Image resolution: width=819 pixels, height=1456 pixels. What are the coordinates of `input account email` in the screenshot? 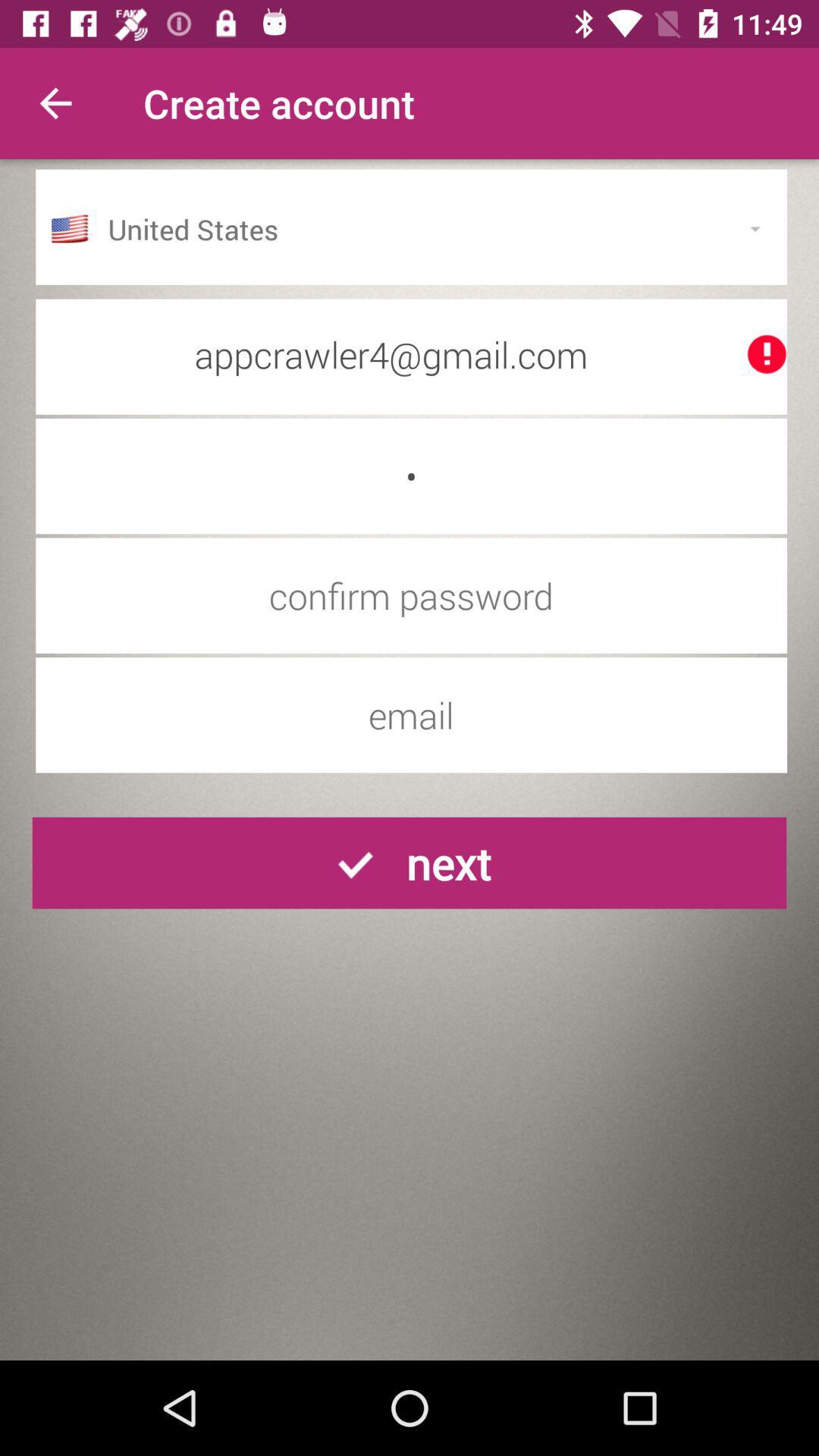 It's located at (411, 714).